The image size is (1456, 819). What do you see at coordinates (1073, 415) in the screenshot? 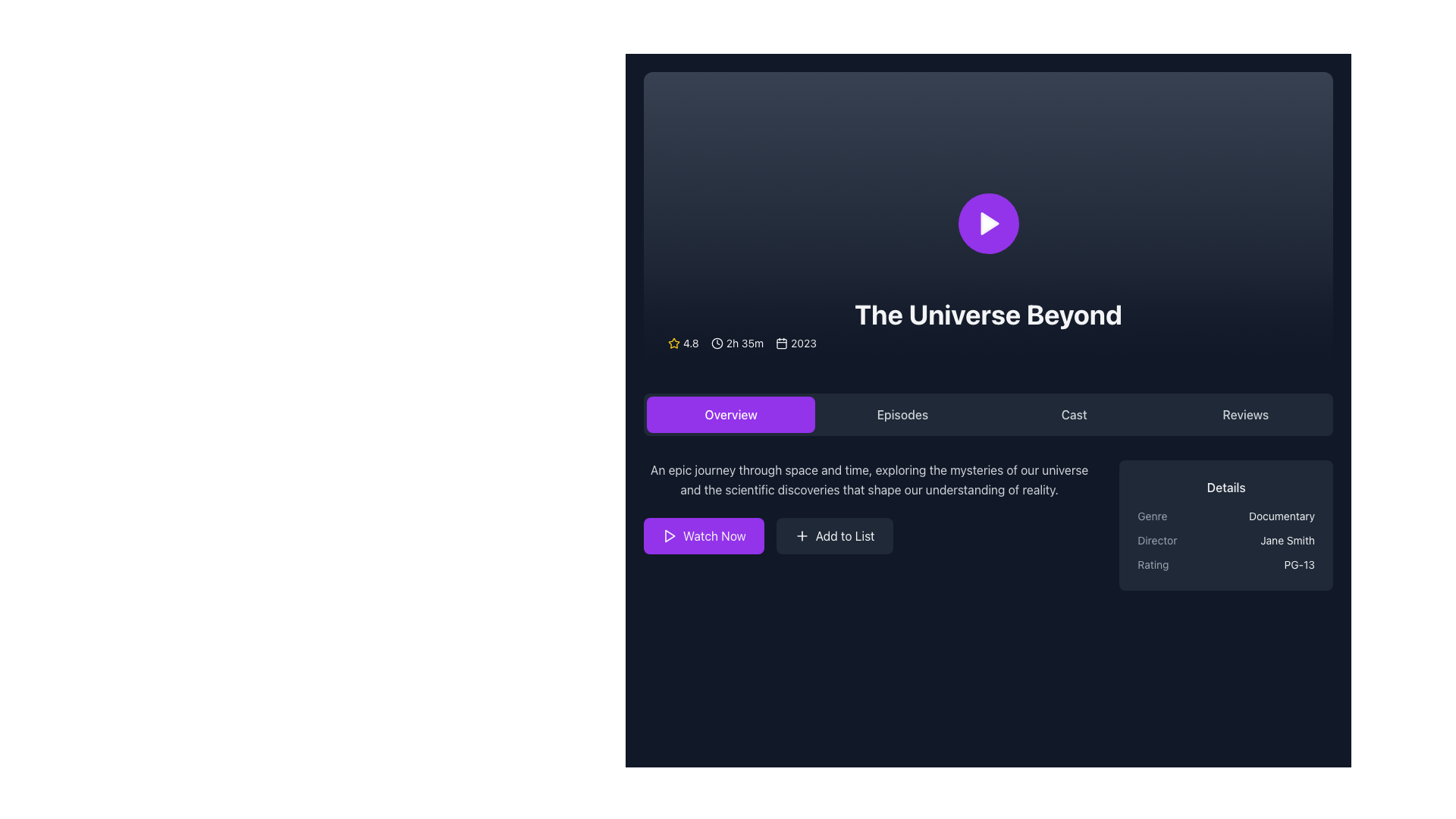
I see `the navigation button that accesses cast information, located below 'The Universe Beyond', between the 'Episodes' and 'Reviews' buttons` at bounding box center [1073, 415].